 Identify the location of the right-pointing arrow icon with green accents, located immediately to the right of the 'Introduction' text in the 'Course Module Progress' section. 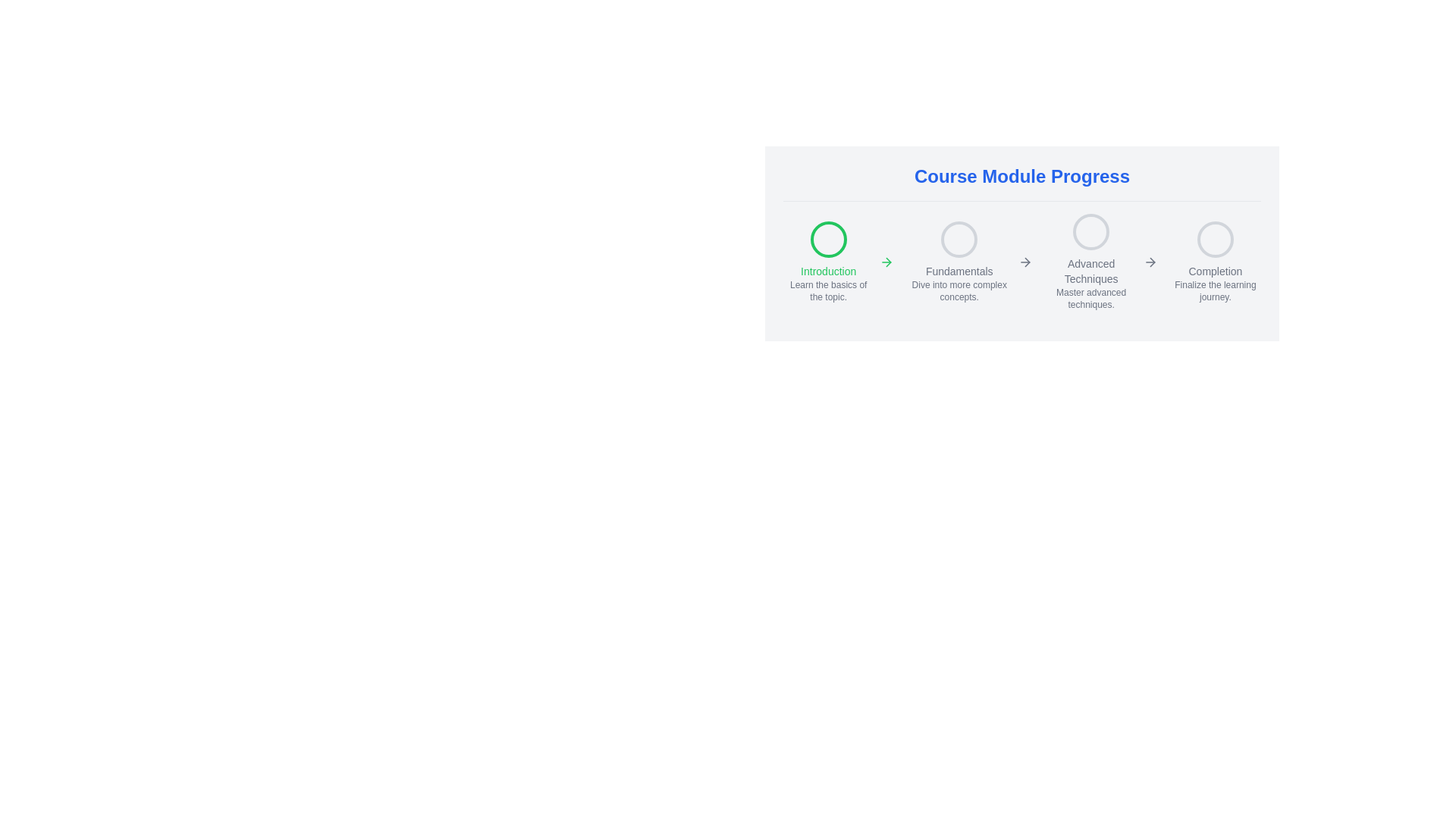
(886, 262).